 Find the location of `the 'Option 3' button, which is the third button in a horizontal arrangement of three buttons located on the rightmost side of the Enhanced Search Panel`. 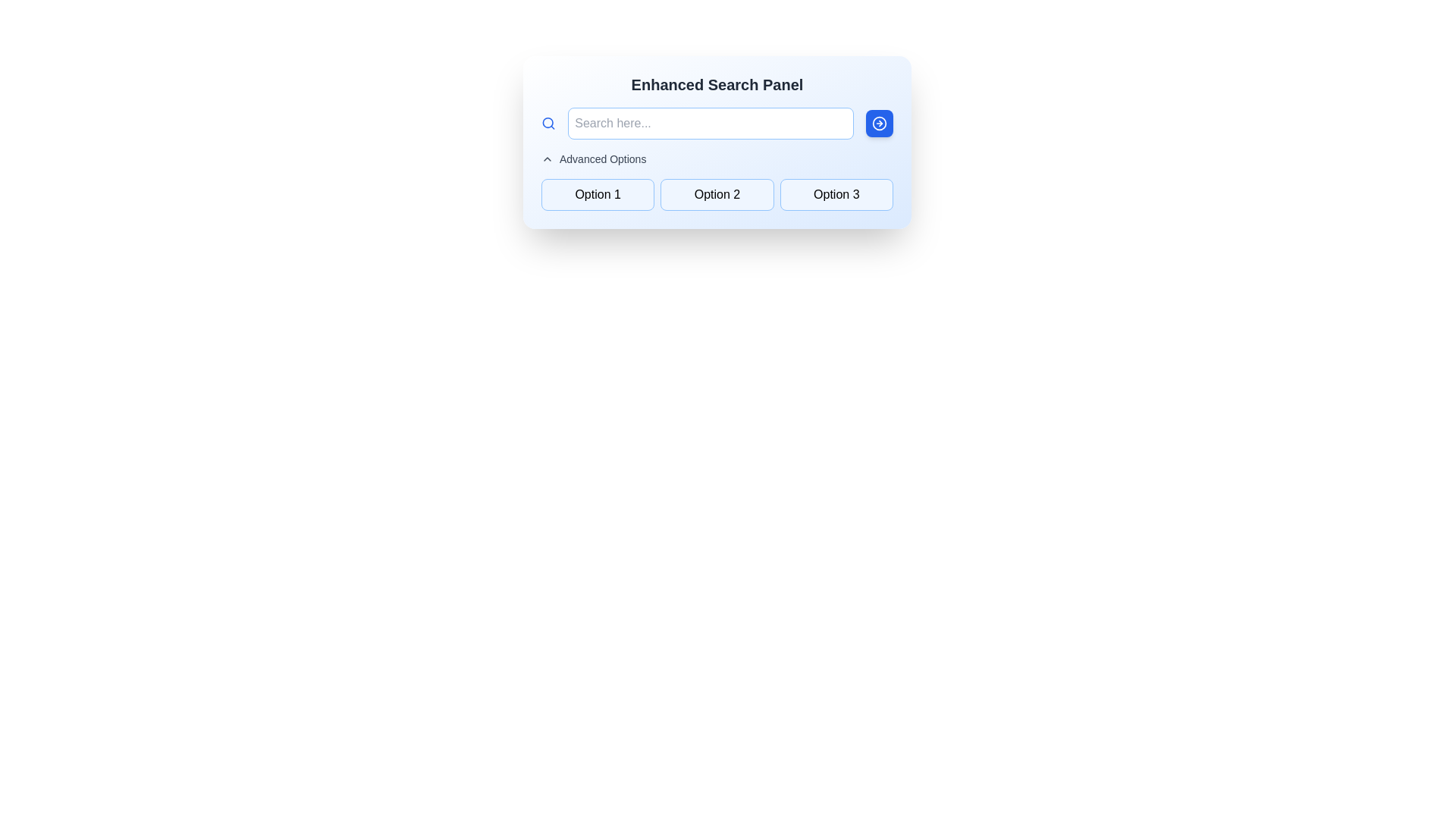

the 'Option 3' button, which is the third button in a horizontal arrangement of three buttons located on the rightmost side of the Enhanced Search Panel is located at coordinates (836, 194).